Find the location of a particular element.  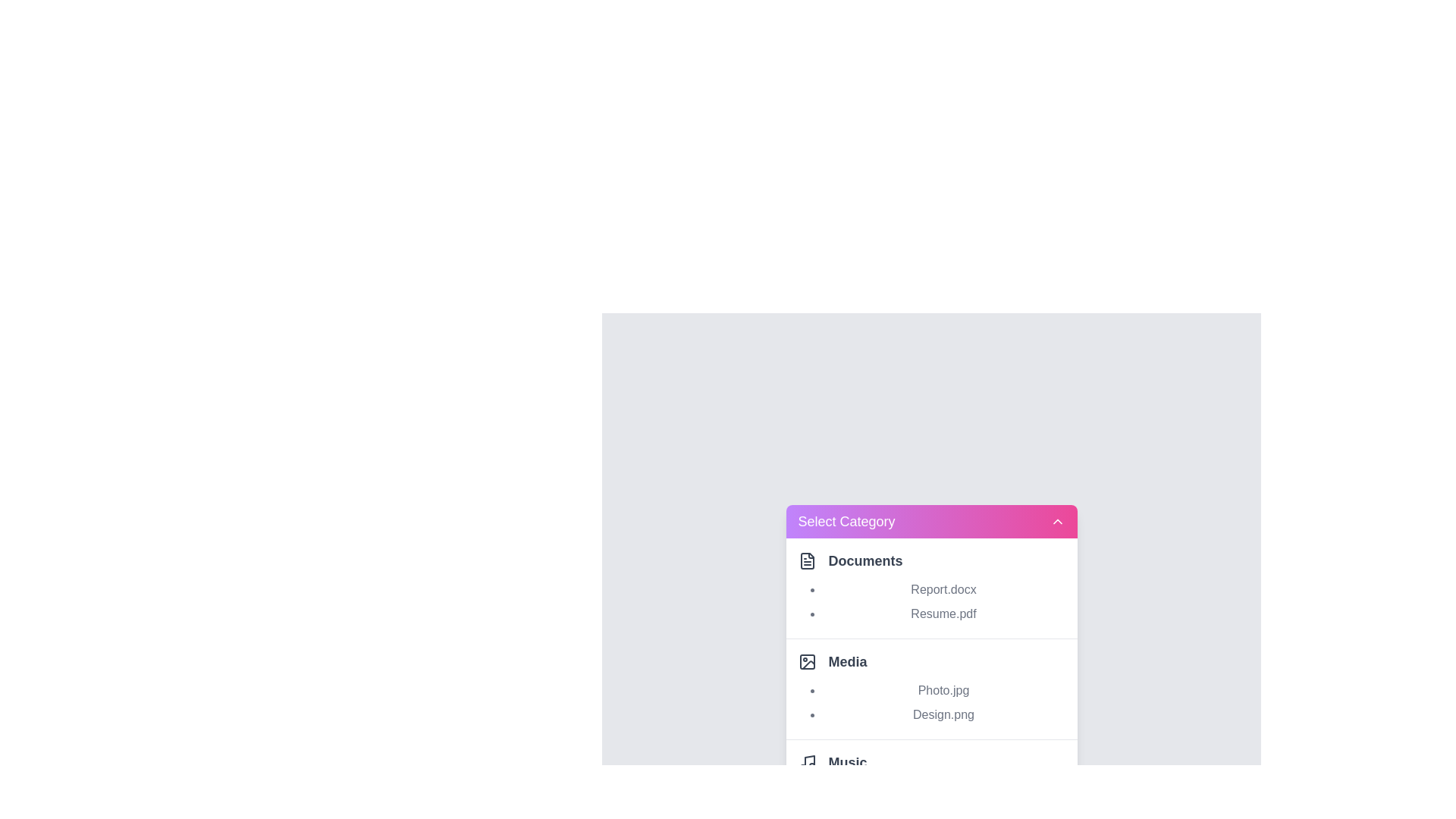

the text label displaying the file name 'Report.docx', which is the first item in the list under the 'Documents' category is located at coordinates (943, 588).